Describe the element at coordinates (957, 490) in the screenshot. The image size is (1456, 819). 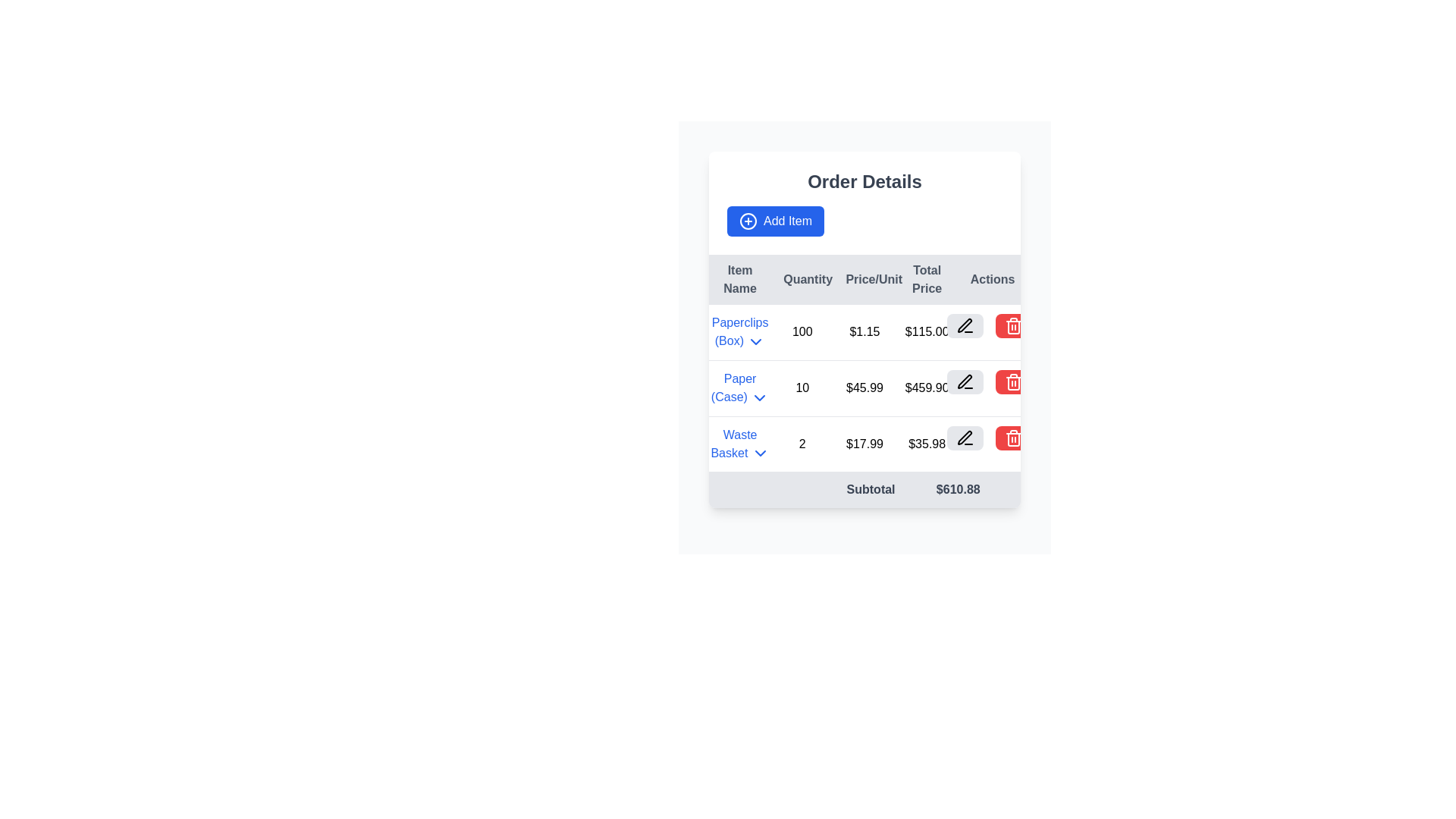
I see `the bold formatted text displaying the value '$610.88', which is positioned to the left of the label 'Subtotal' in the summary section of the table` at that location.